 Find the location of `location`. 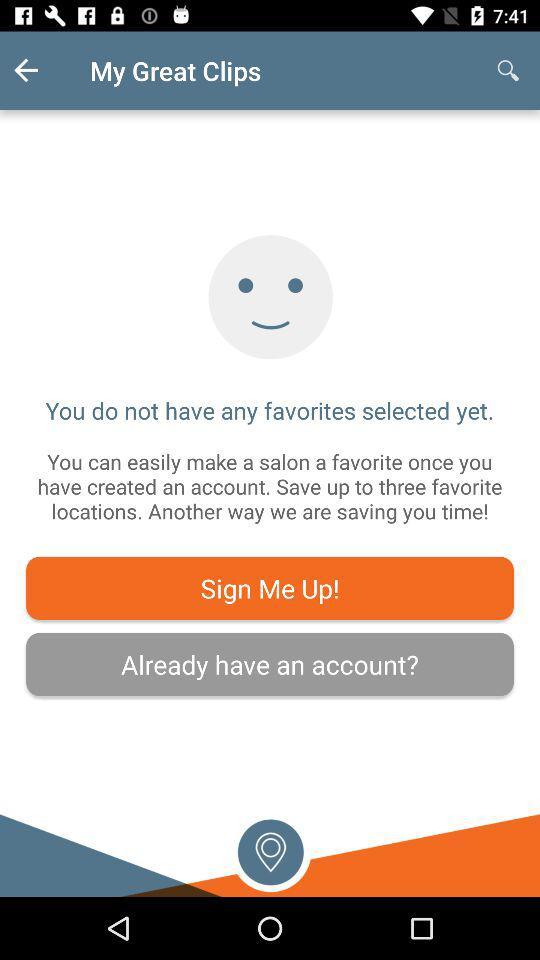

location is located at coordinates (270, 849).